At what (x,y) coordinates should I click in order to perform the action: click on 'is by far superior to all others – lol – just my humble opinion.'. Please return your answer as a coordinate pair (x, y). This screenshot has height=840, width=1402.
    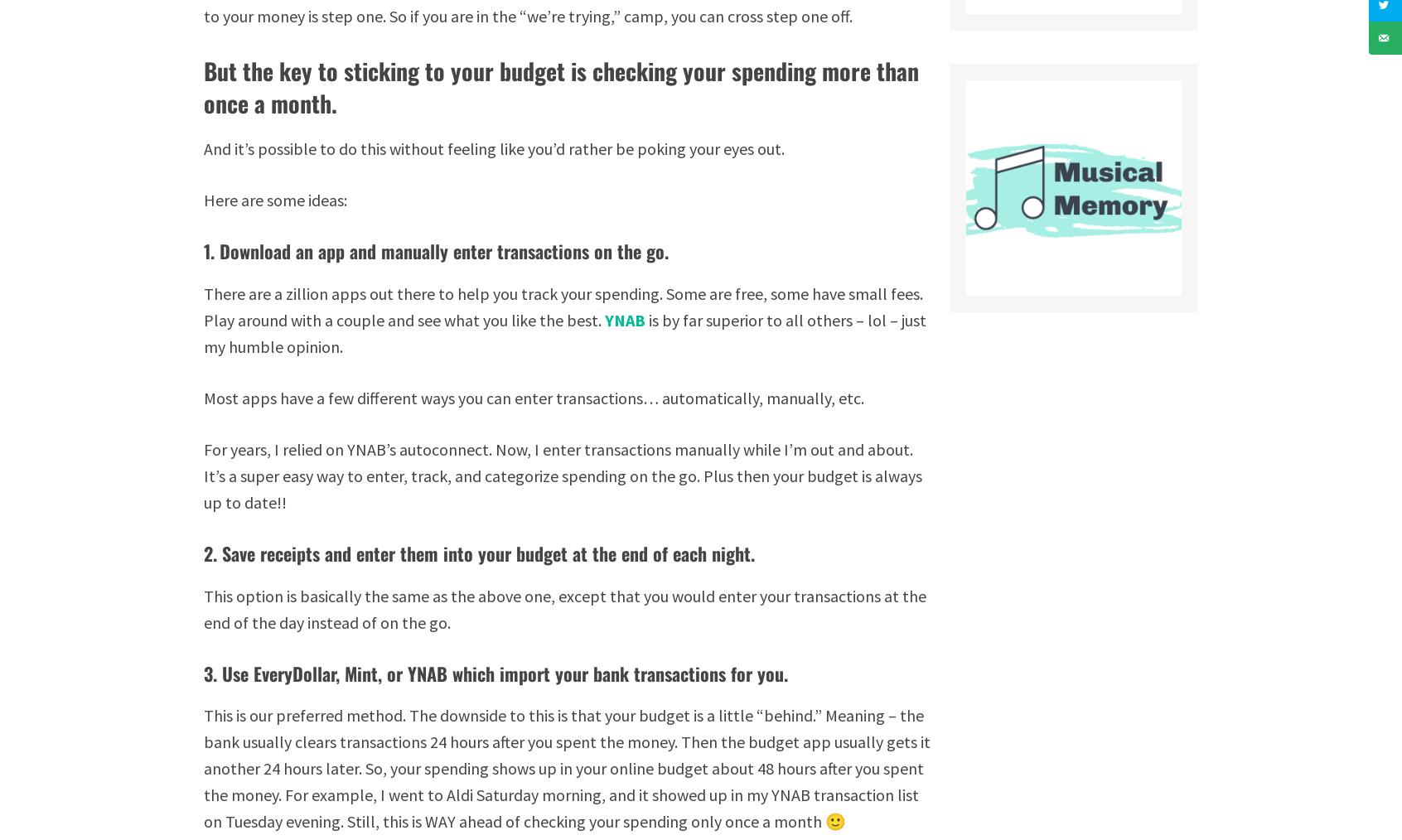
    Looking at the image, I should click on (204, 331).